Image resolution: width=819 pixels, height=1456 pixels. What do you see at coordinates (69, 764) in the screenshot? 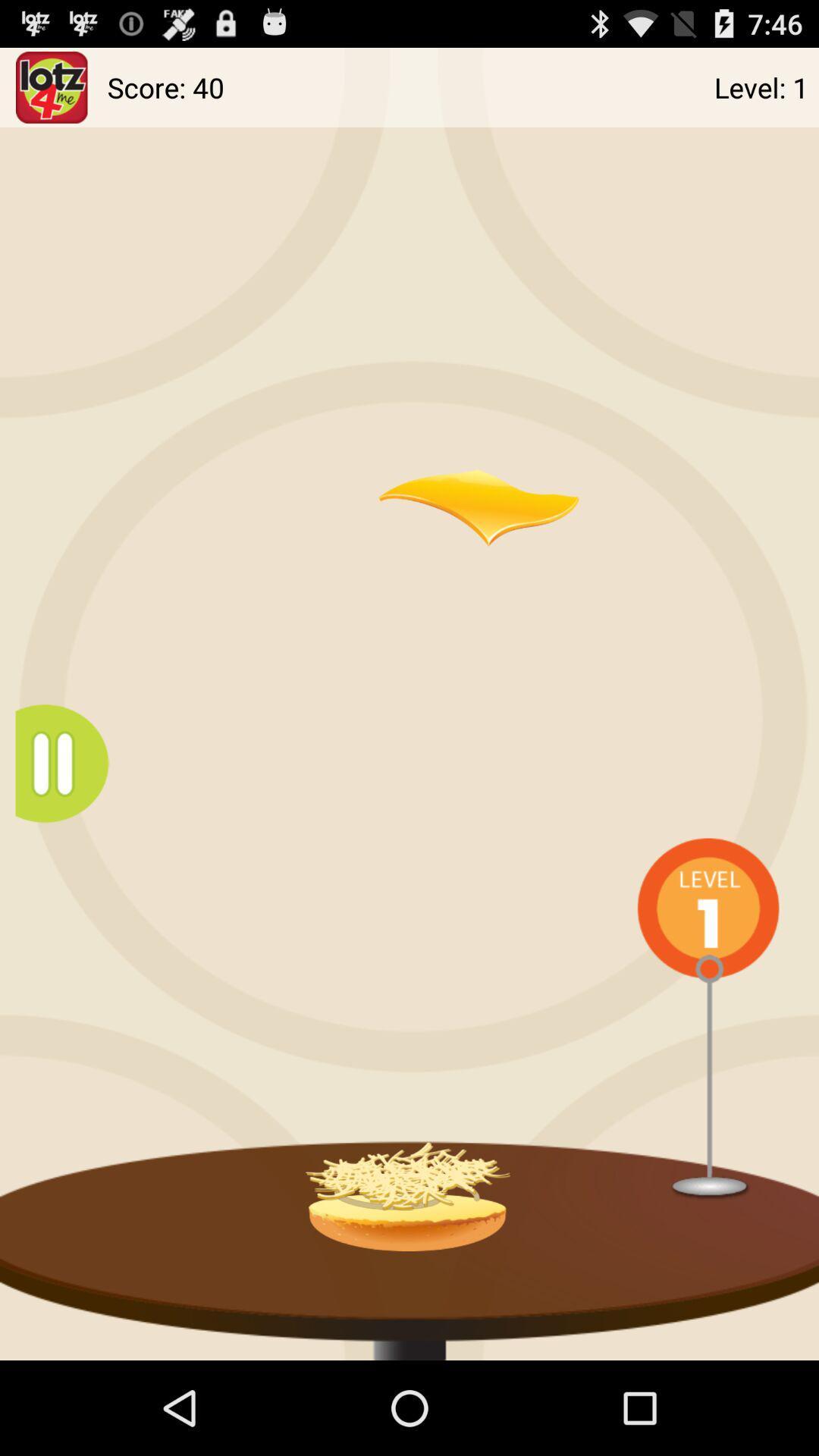
I see `item on the left` at bounding box center [69, 764].